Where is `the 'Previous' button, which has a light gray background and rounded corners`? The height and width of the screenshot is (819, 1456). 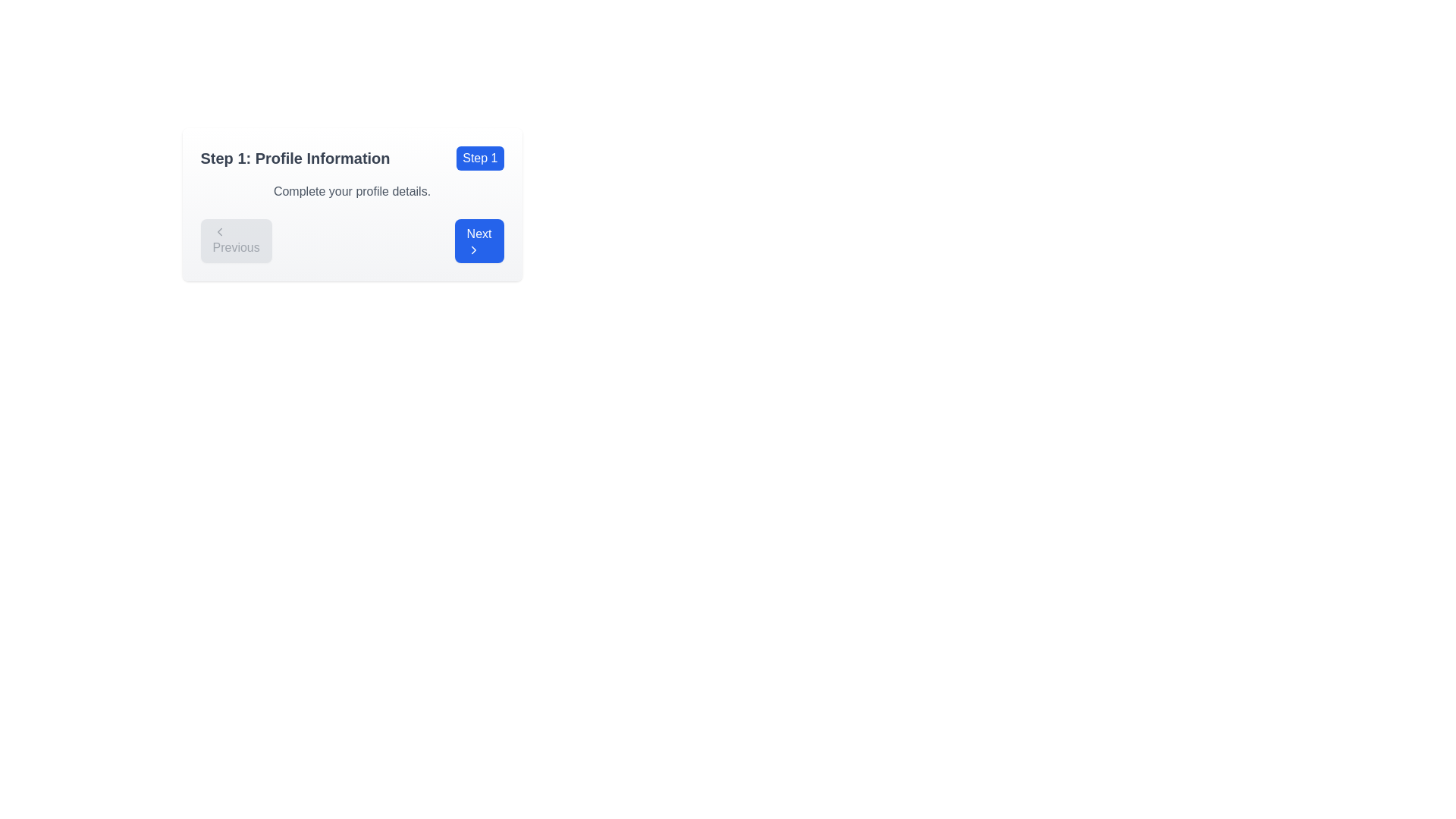 the 'Previous' button, which has a light gray background and rounded corners is located at coordinates (235, 240).